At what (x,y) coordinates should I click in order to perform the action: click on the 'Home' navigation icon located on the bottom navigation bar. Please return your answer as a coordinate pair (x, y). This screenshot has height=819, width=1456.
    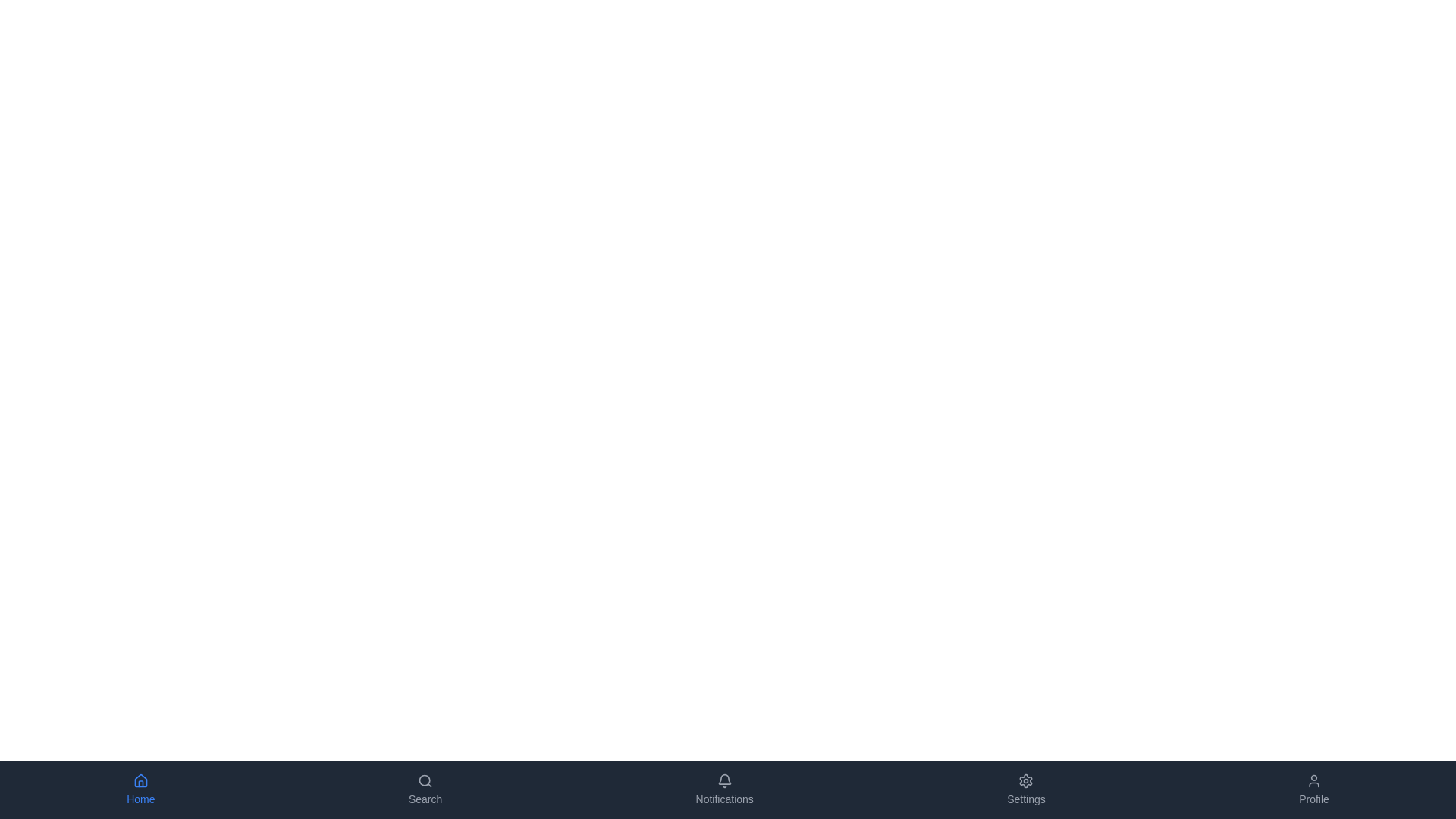
    Looking at the image, I should click on (140, 780).